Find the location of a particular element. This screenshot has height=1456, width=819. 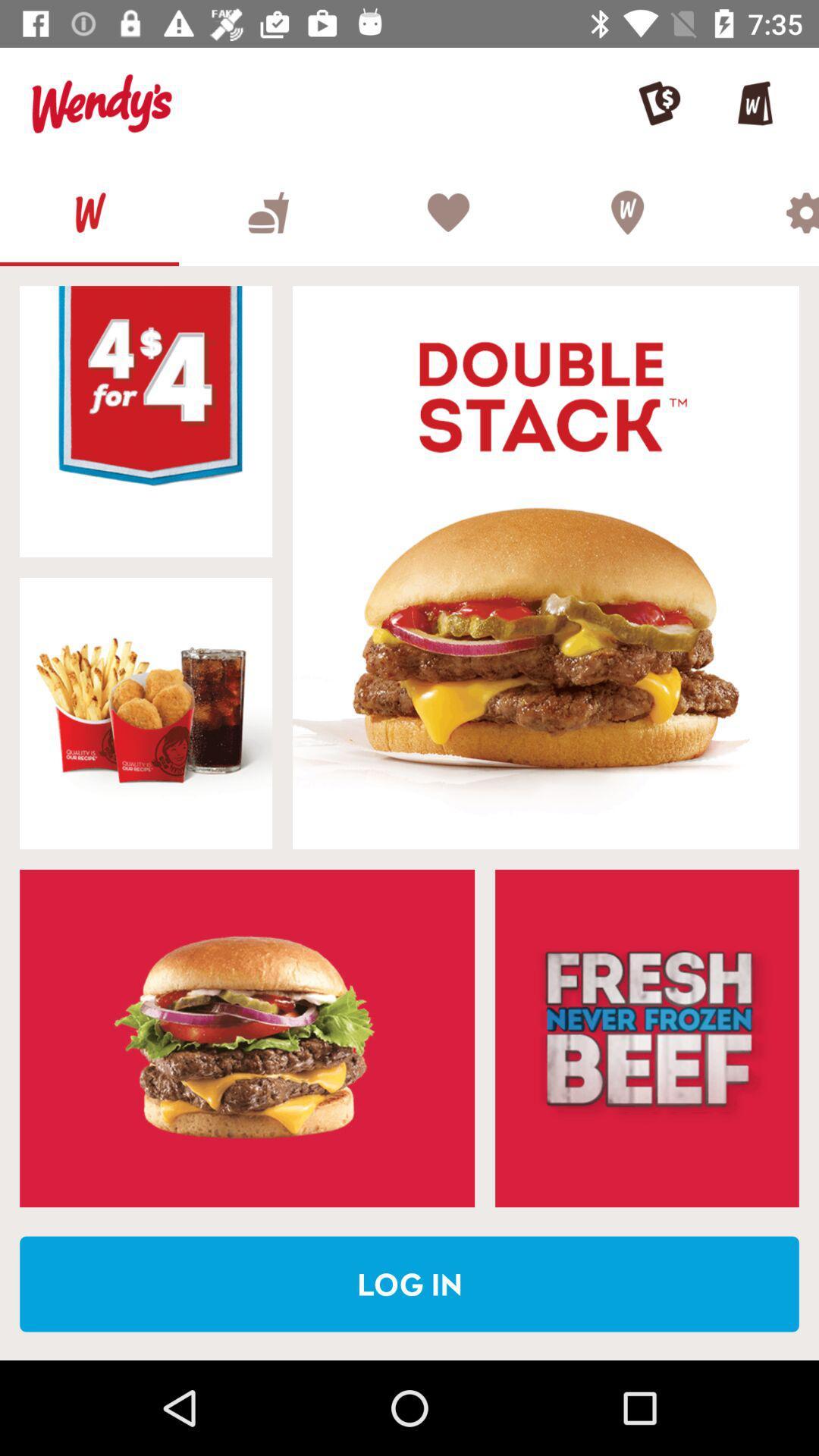

the icon at the bottom right corner is located at coordinates (647, 1037).